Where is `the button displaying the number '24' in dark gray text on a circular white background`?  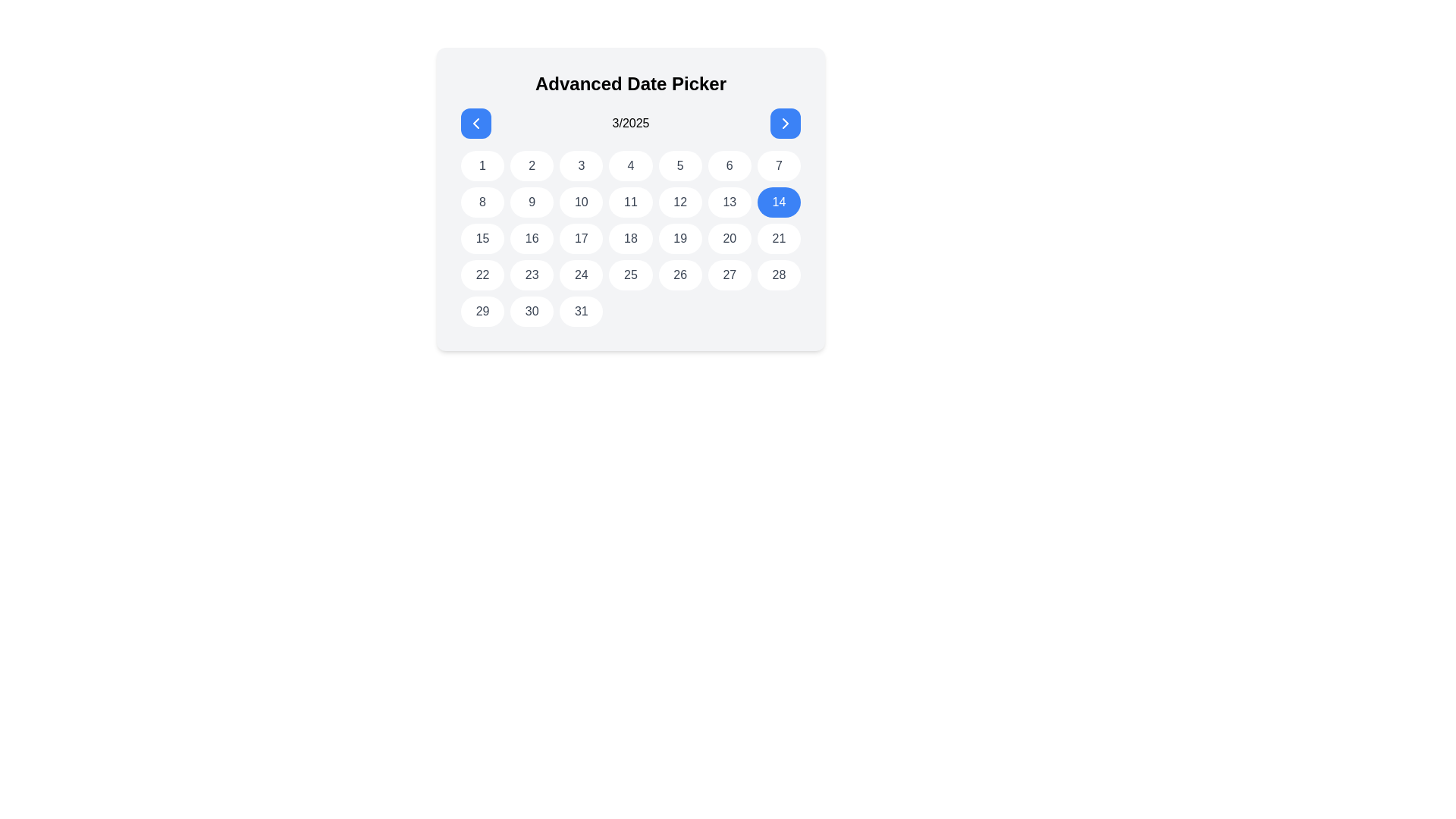
the button displaying the number '24' in dark gray text on a circular white background is located at coordinates (580, 275).